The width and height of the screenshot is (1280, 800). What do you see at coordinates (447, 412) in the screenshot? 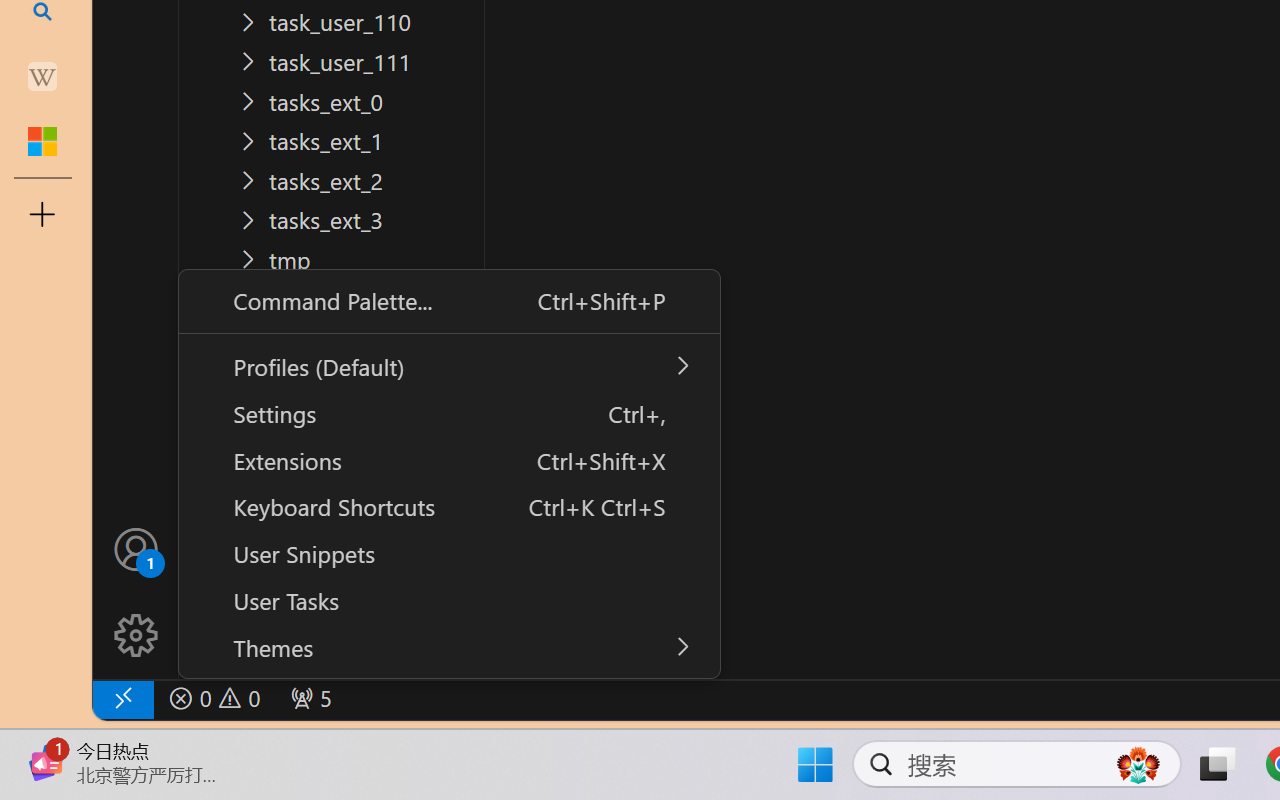
I see `'Settings Ctrl+,'` at bounding box center [447, 412].